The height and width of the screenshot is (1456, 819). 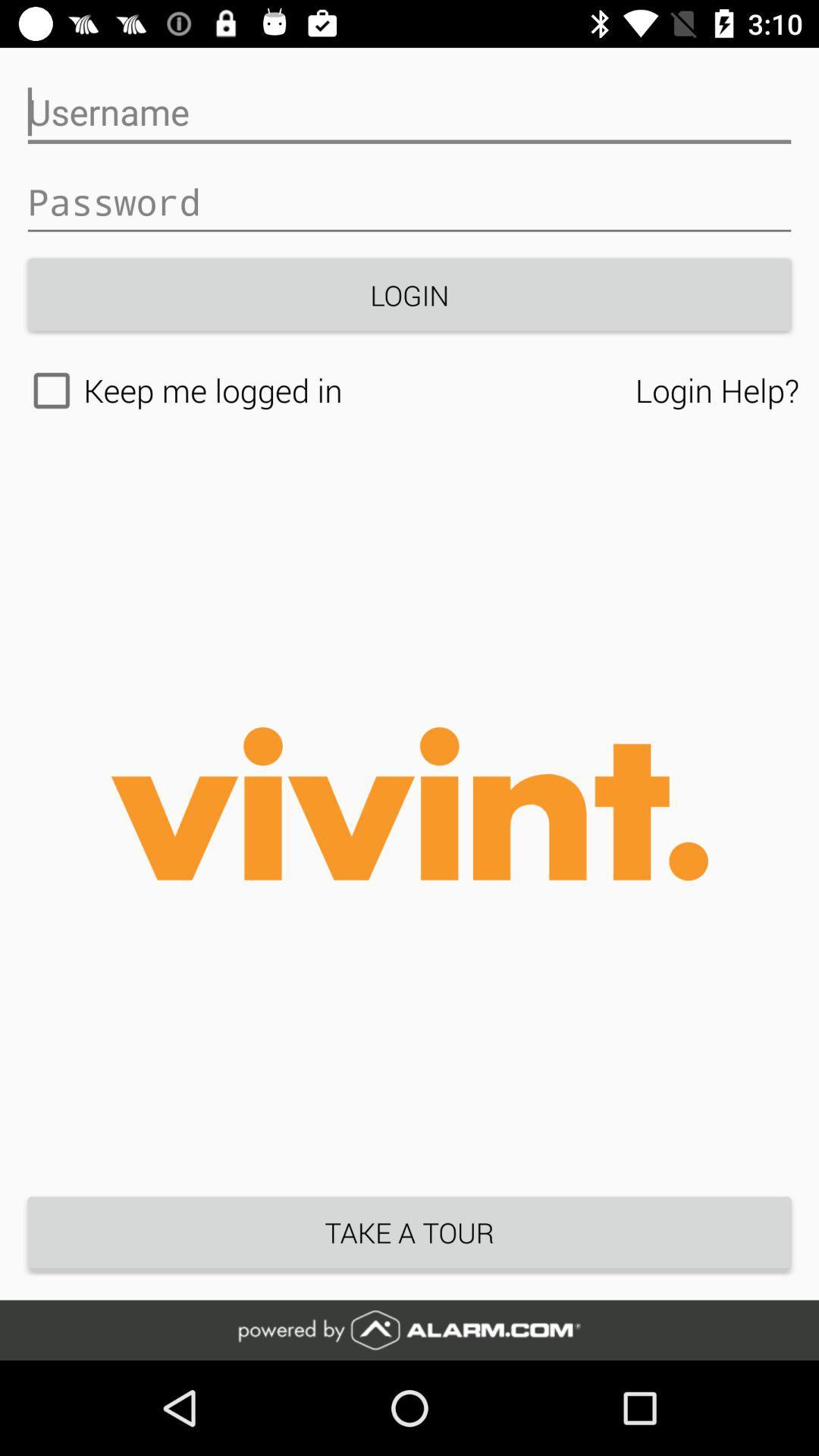 I want to click on take a tour icon, so click(x=409, y=1232).